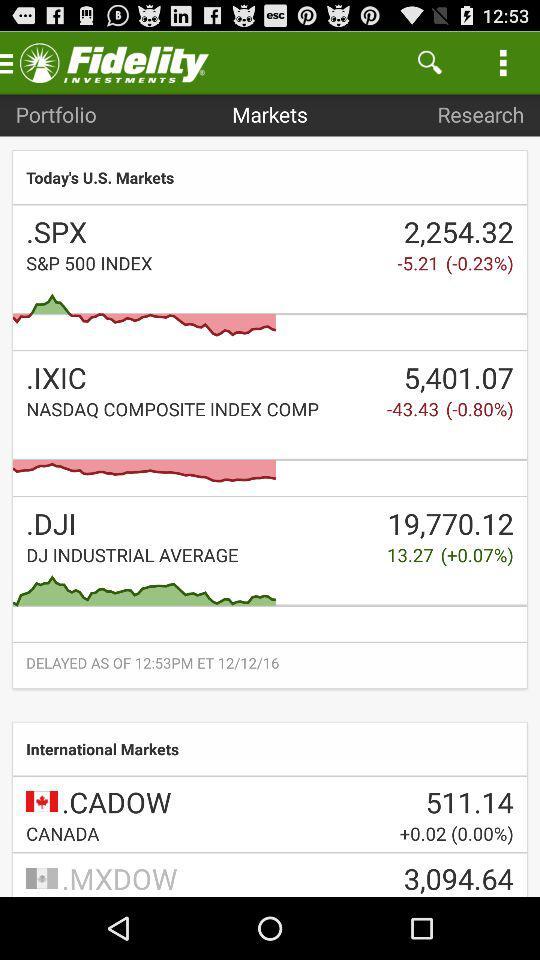 Image resolution: width=540 pixels, height=960 pixels. What do you see at coordinates (502, 62) in the screenshot?
I see `the icon above research app` at bounding box center [502, 62].